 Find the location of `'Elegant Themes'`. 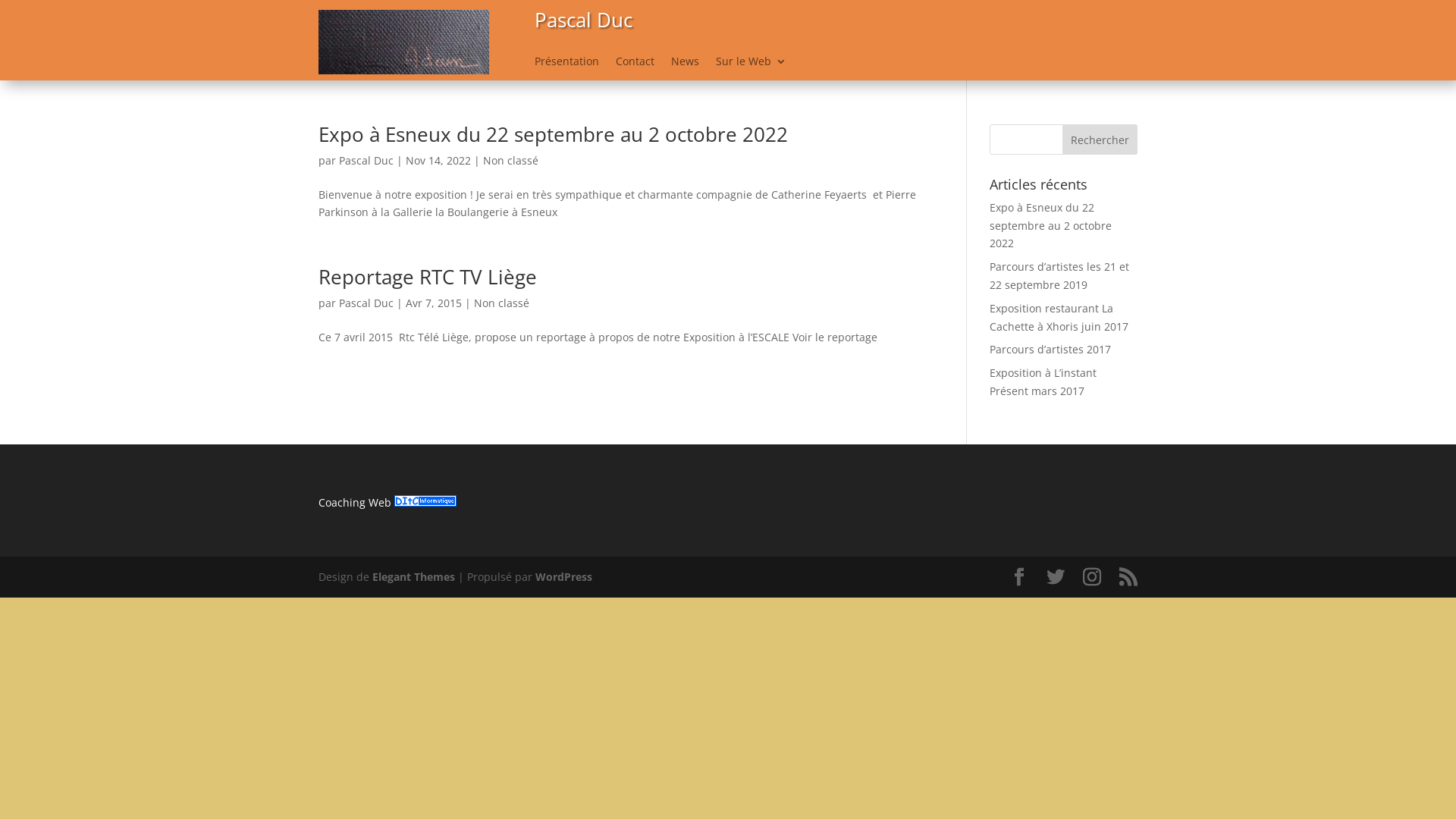

'Elegant Themes' is located at coordinates (413, 576).